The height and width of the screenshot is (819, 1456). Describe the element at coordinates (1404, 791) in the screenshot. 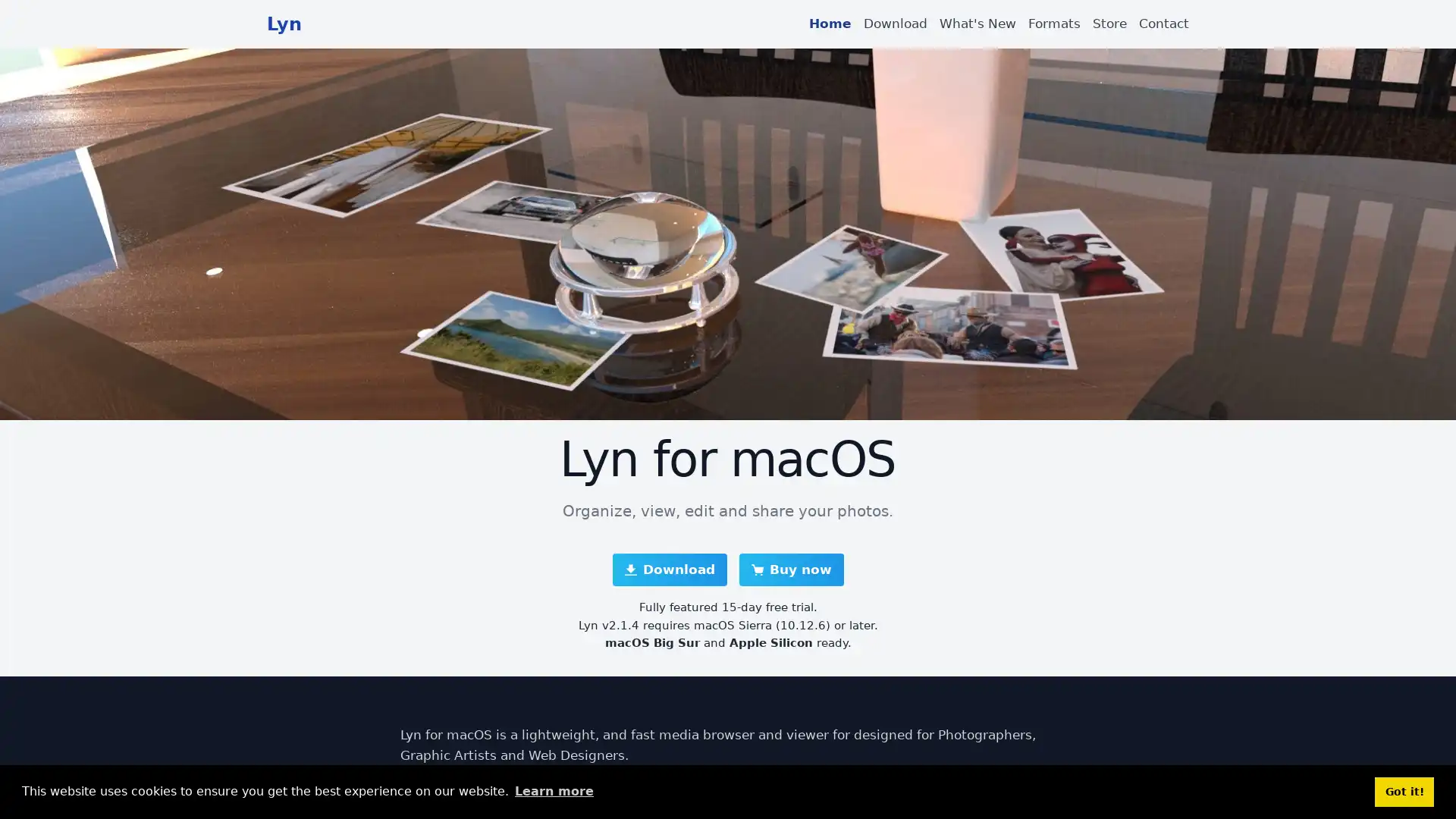

I see `dismiss cookie message` at that location.